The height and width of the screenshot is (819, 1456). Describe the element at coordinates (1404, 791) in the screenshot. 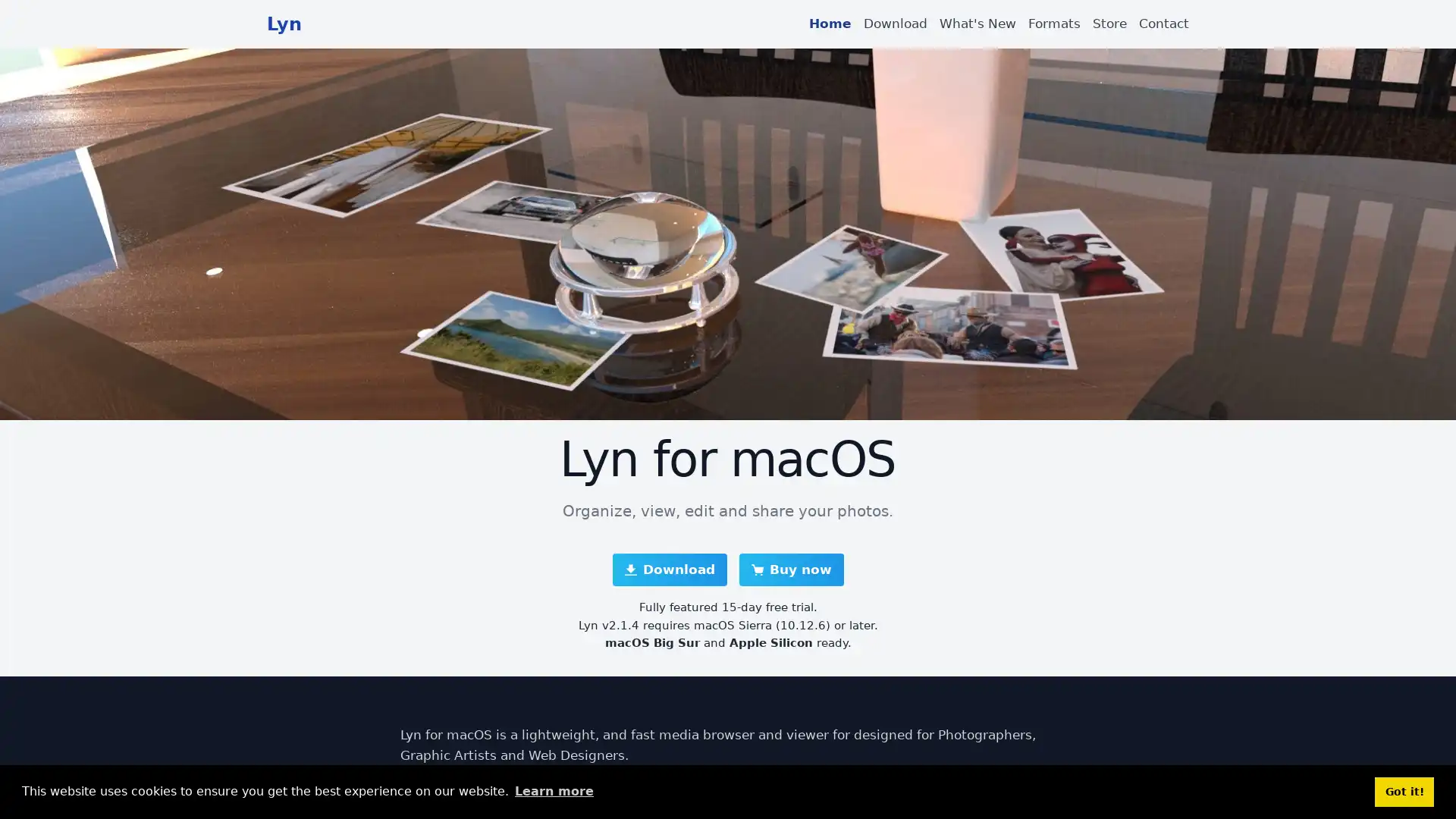

I see `dismiss cookie message` at that location.